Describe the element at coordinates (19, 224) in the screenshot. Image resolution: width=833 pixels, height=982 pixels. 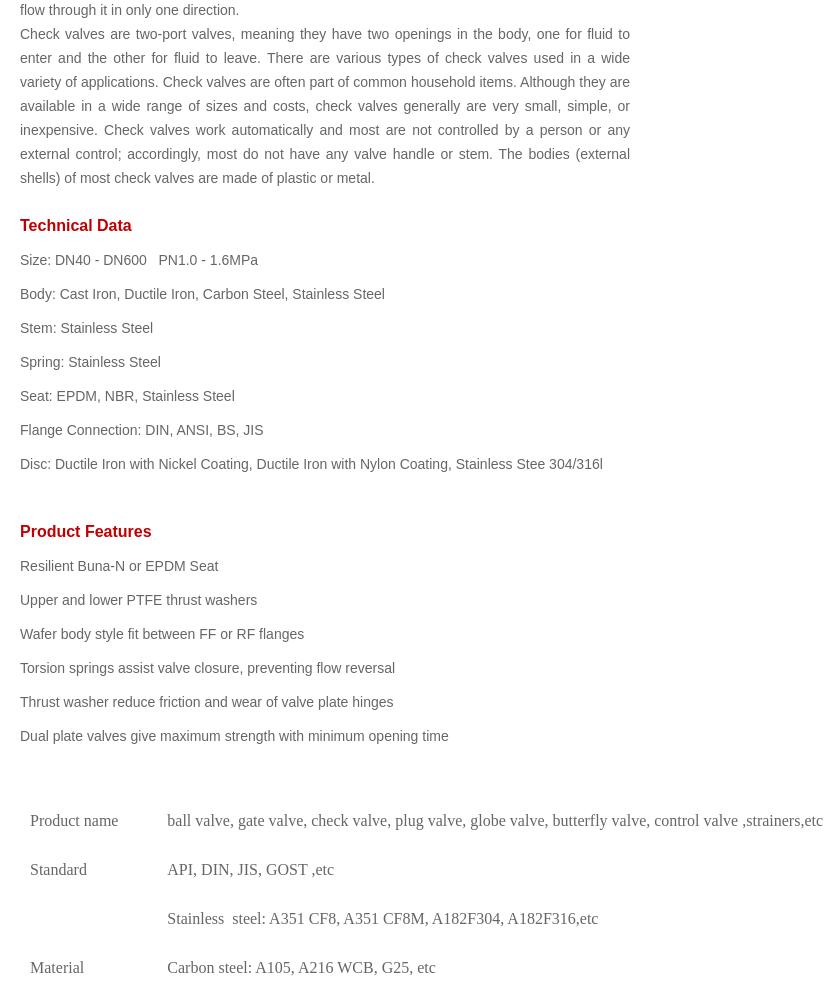
I see `'Technical Data'` at that location.